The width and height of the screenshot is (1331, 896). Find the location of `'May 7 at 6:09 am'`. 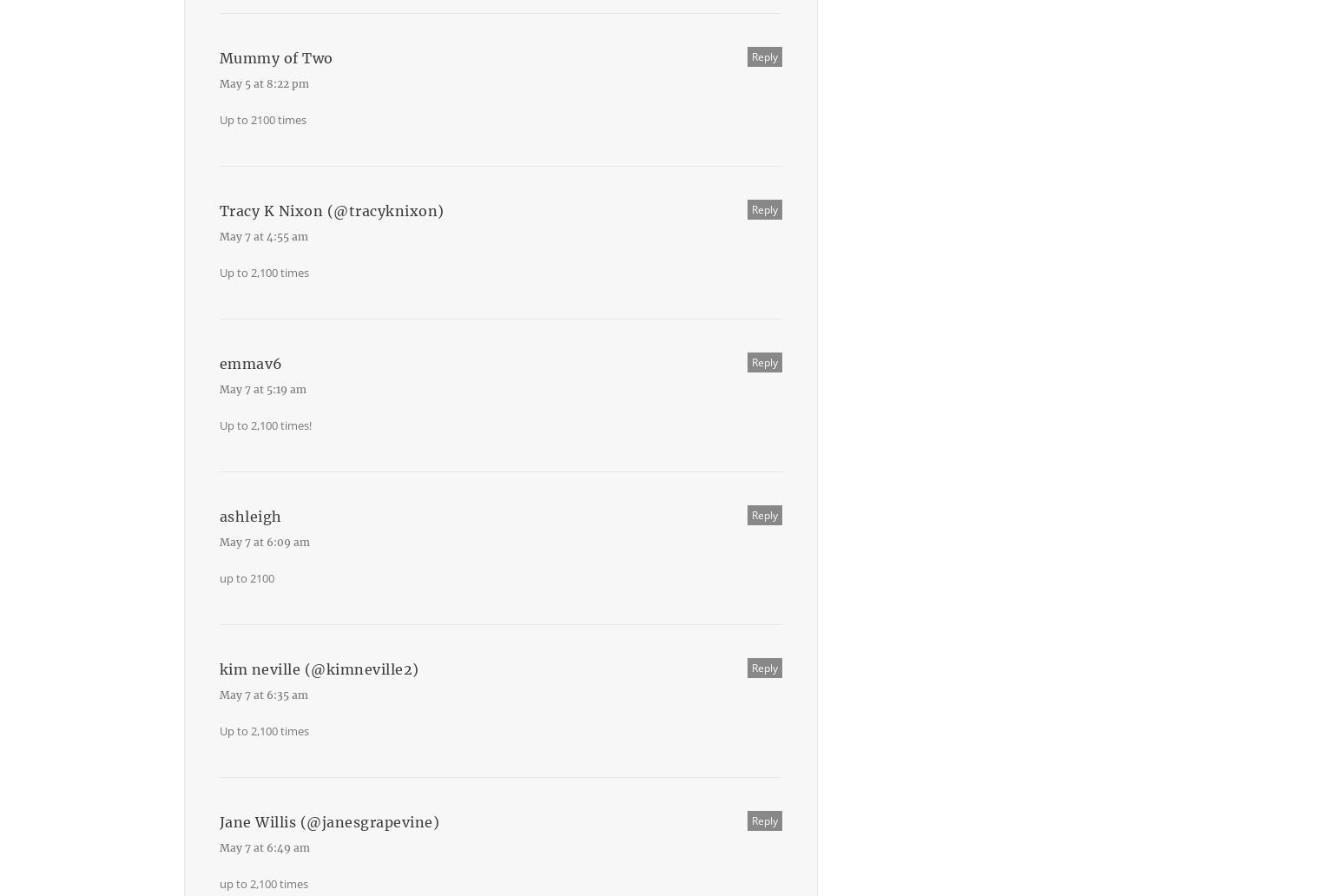

'May 7 at 6:09 am' is located at coordinates (263, 542).